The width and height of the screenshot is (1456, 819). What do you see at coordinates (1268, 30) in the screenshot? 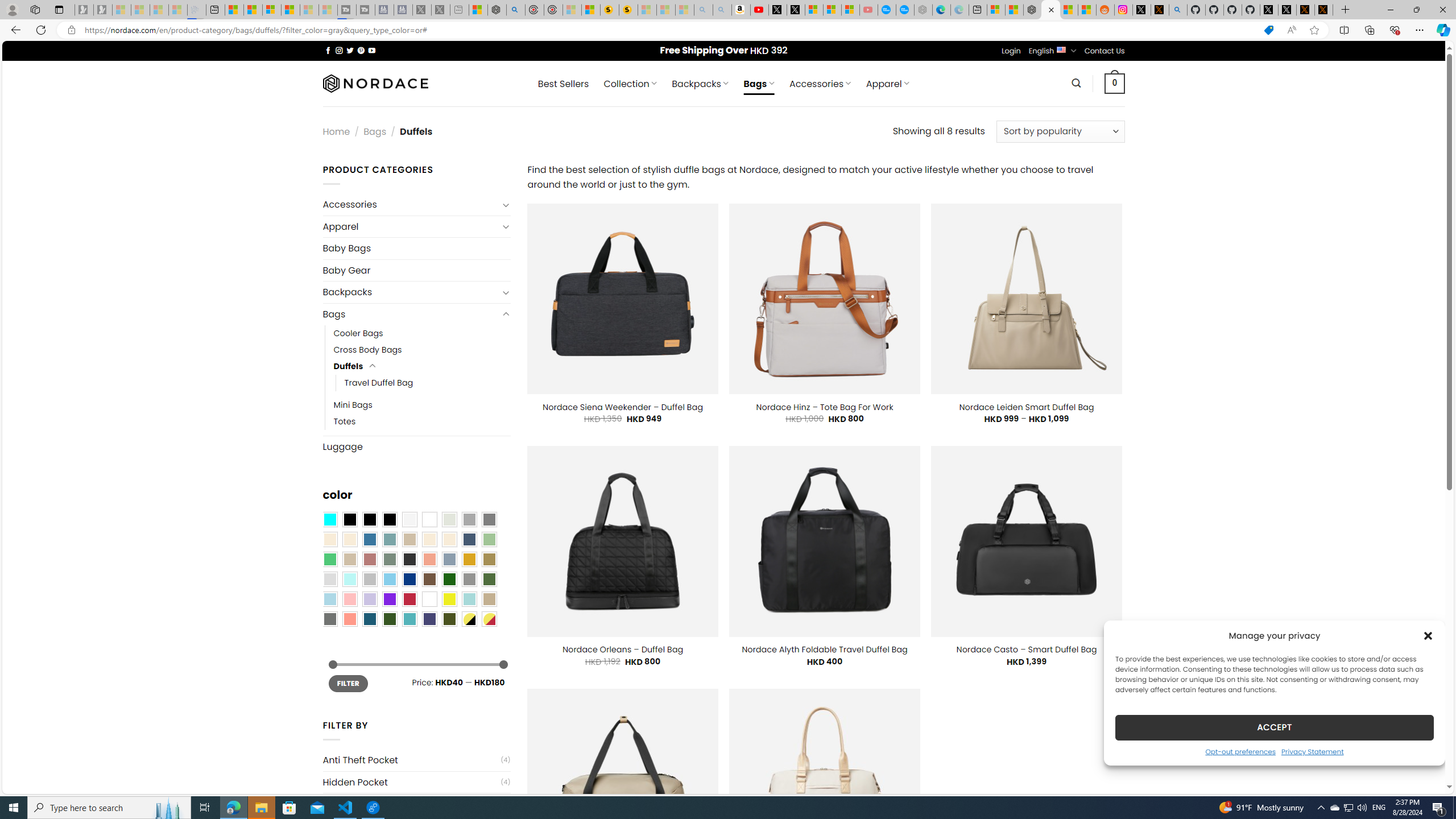
I see `'This site has coupons! Shopping in Microsoft Edge'` at bounding box center [1268, 30].